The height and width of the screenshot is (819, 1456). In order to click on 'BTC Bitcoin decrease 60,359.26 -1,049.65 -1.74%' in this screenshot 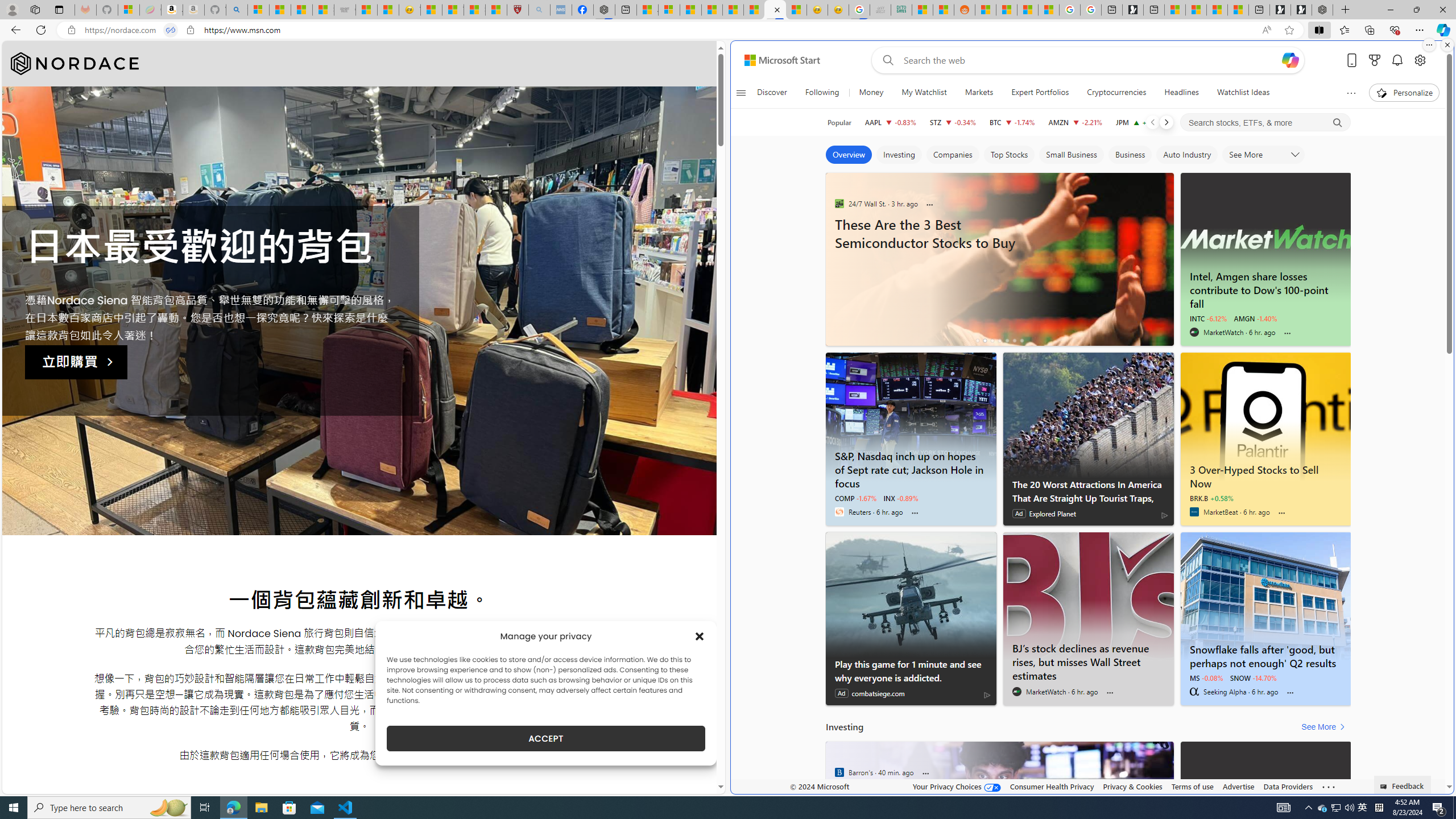, I will do `click(1012, 122)`.